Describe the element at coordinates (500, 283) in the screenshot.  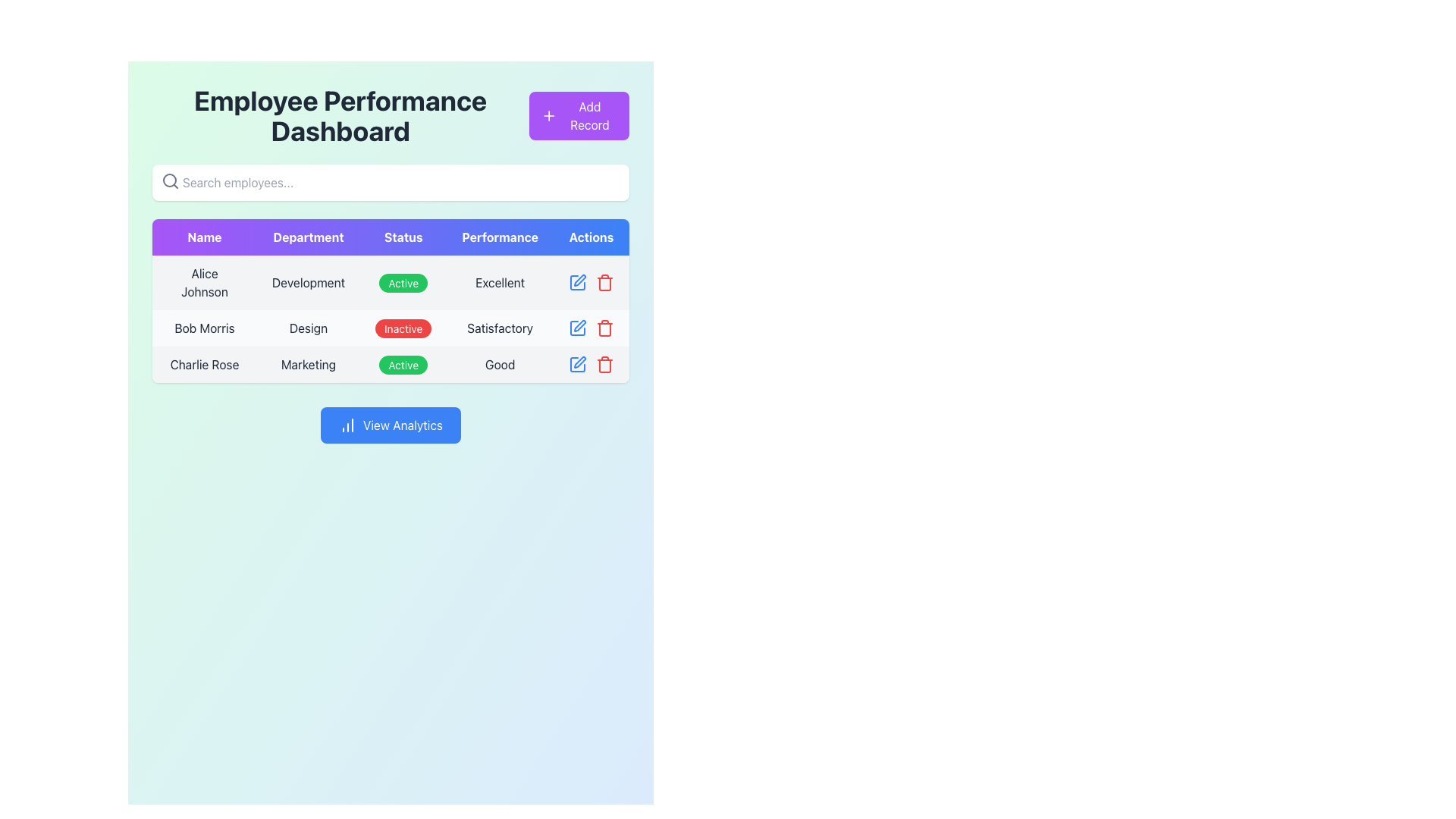
I see `the Text label displaying 'Excellent' in the Performance category, located in the fourth column of the first row of the table, adjacent to 'Active'` at that location.